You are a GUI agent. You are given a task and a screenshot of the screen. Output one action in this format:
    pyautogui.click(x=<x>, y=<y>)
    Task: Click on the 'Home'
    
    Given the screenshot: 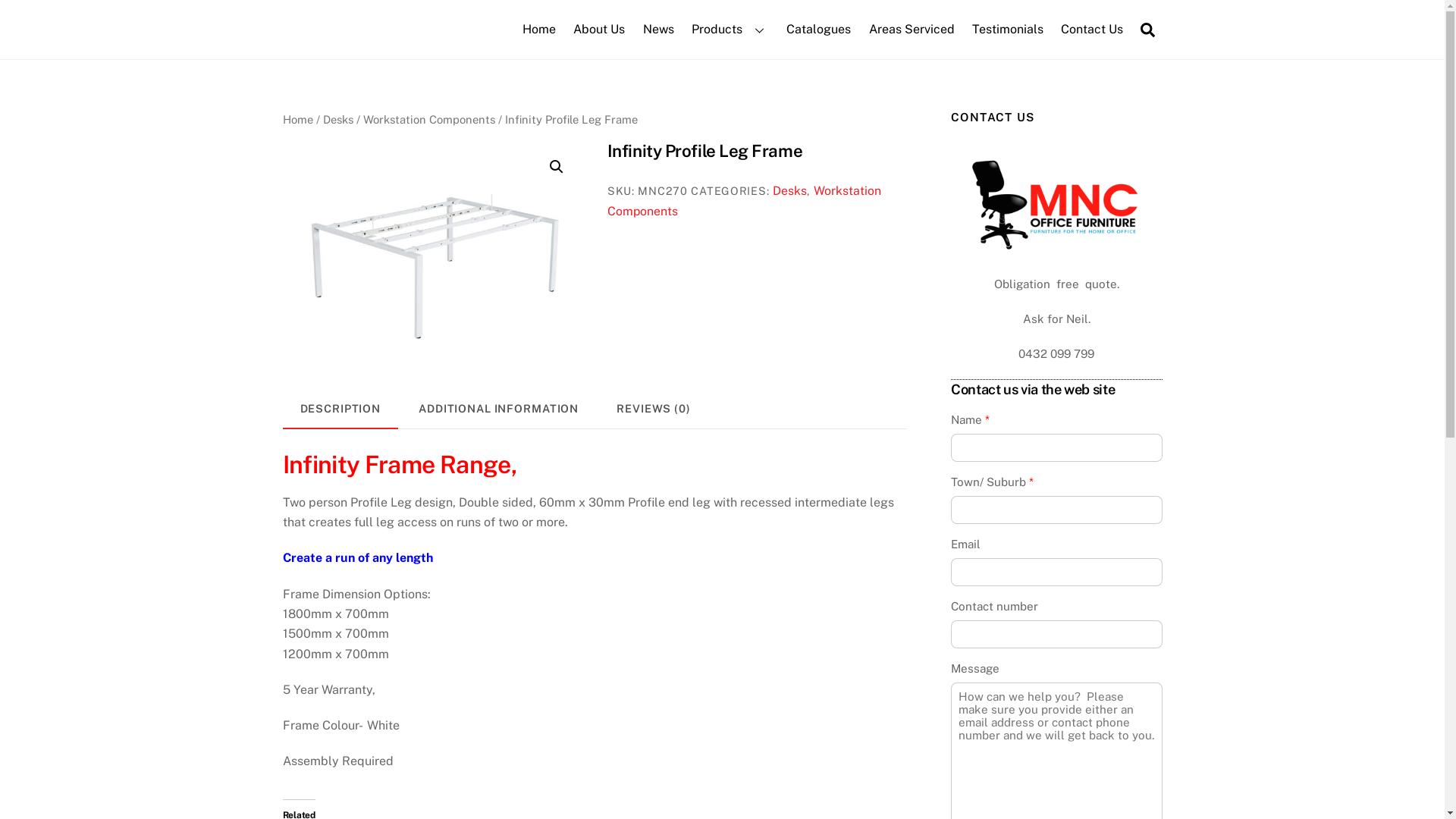 What is the action you would take?
    pyautogui.click(x=297, y=118)
    